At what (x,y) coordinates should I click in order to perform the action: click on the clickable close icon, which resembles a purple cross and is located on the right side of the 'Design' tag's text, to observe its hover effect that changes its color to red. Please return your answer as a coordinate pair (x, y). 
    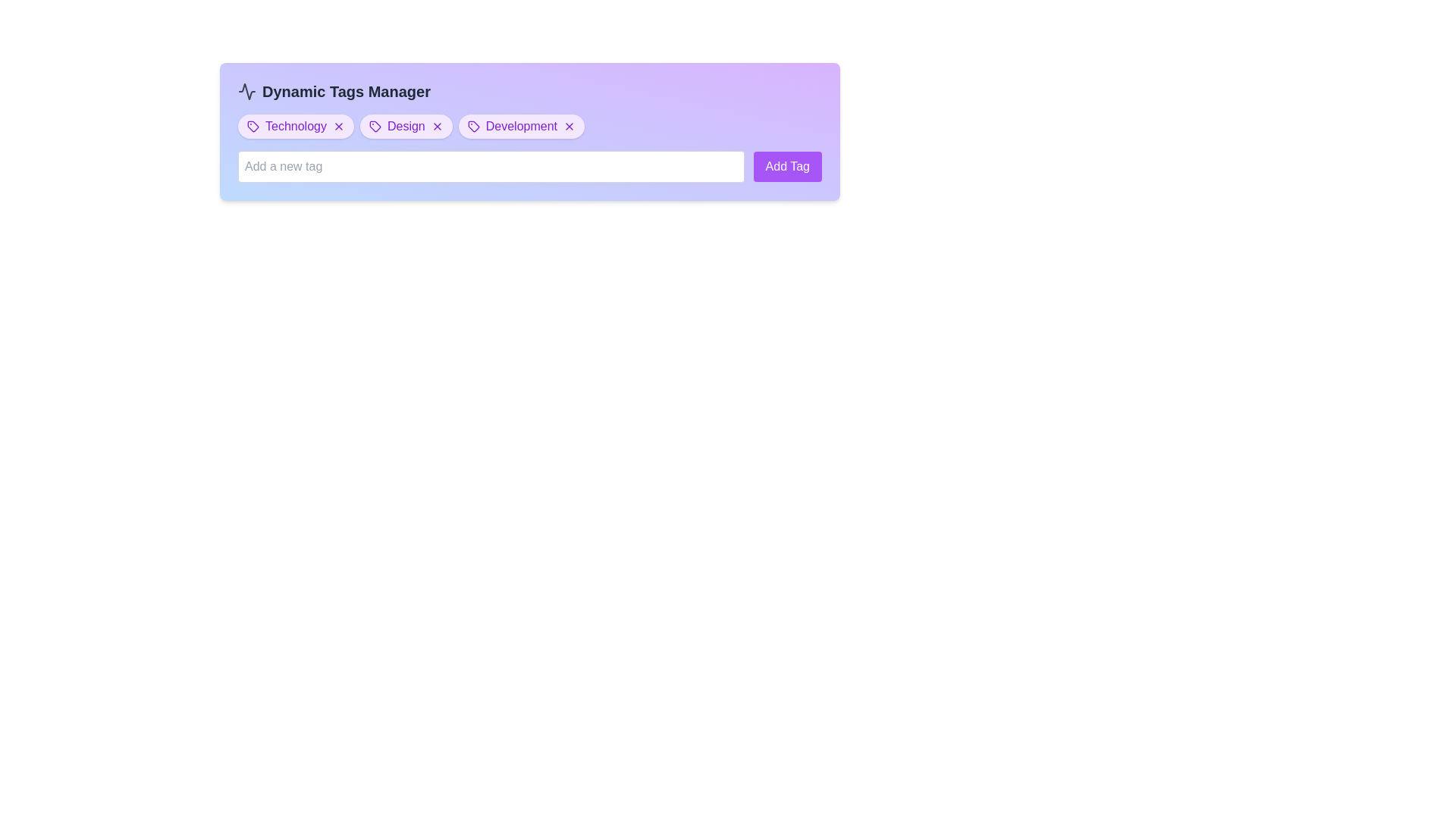
    Looking at the image, I should click on (436, 125).